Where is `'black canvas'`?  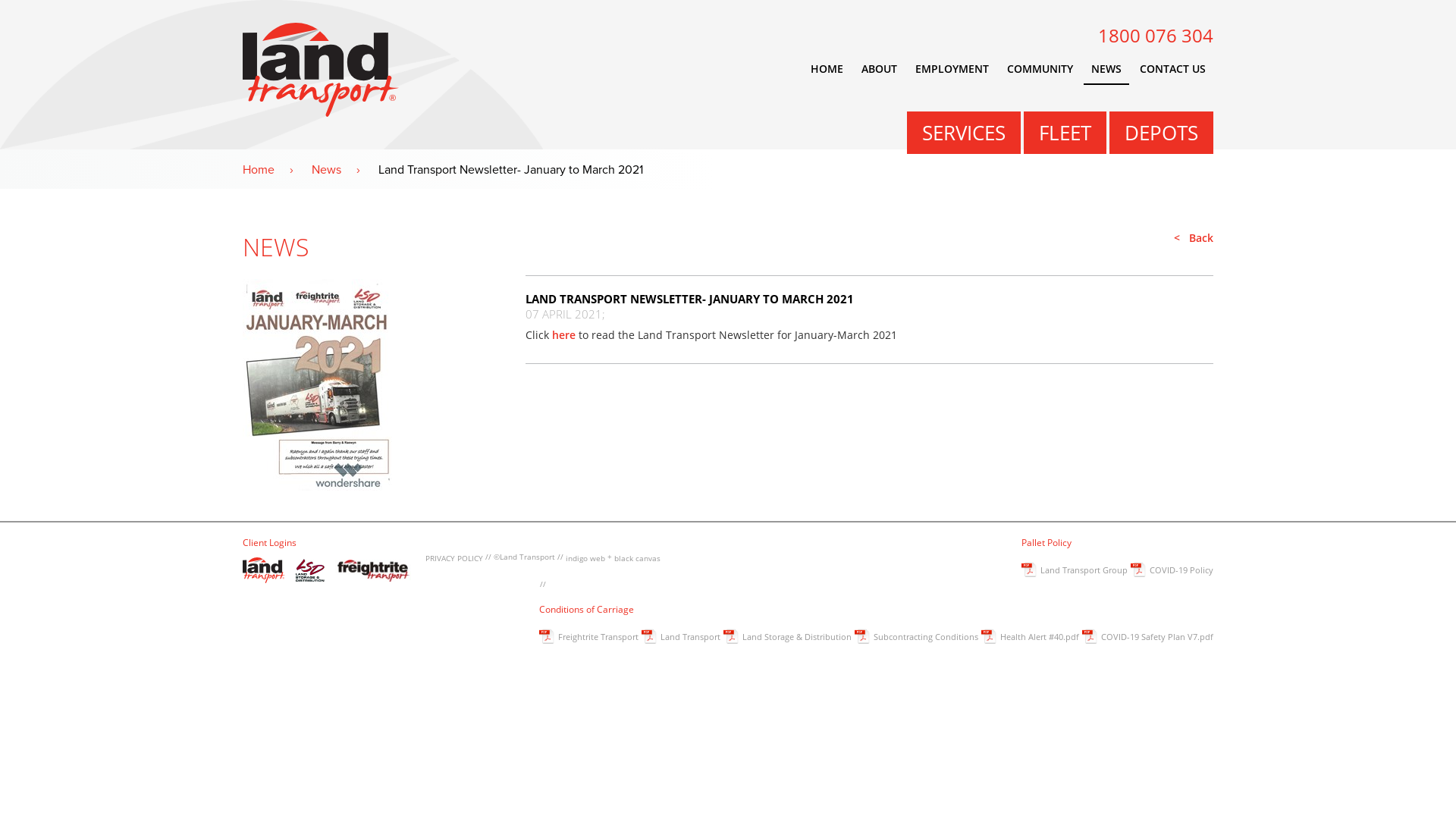 'black canvas' is located at coordinates (637, 558).